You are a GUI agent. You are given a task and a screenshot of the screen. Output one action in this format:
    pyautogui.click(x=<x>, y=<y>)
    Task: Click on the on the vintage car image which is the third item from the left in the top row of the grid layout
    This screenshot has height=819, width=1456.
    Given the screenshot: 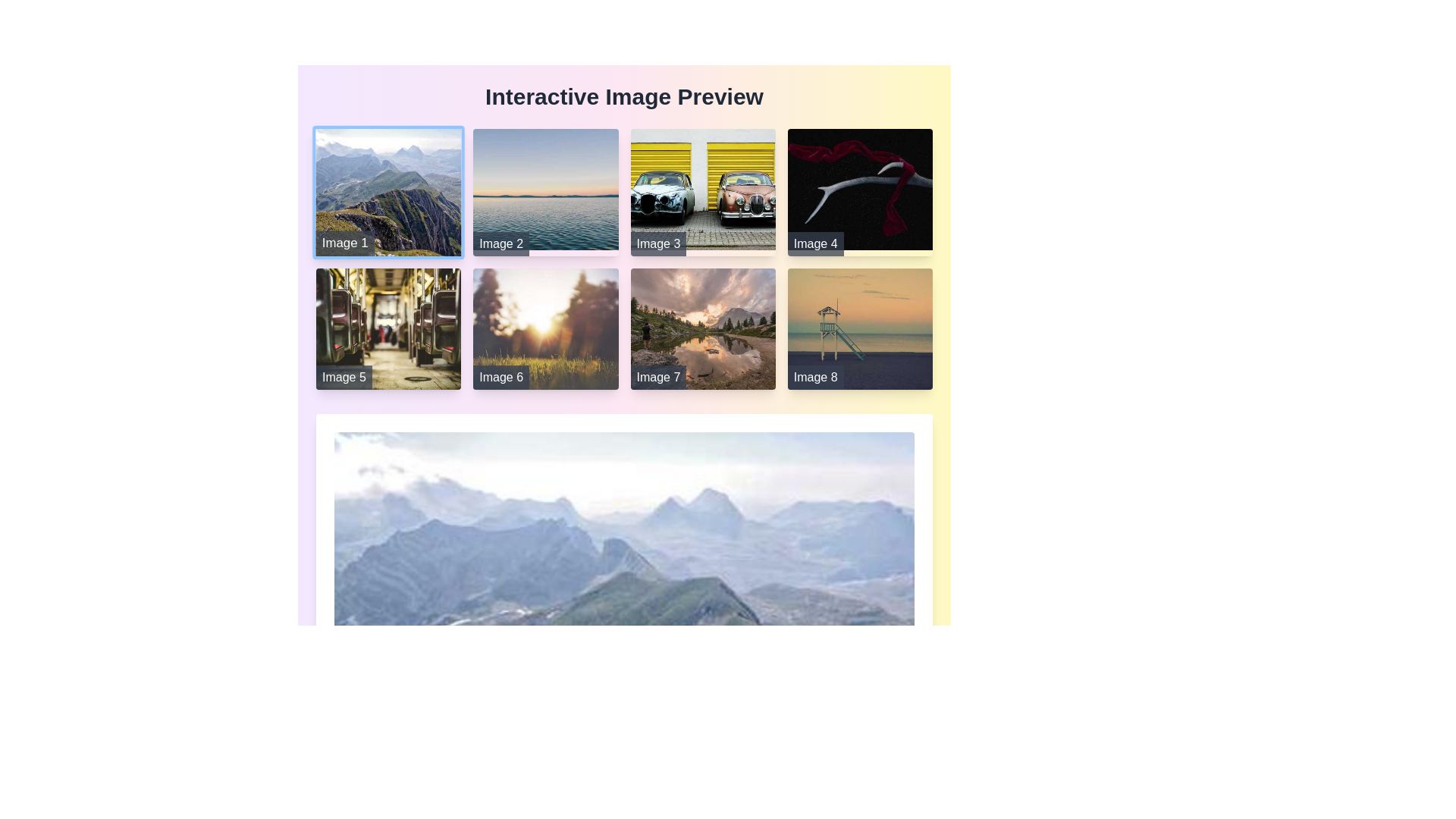 What is the action you would take?
    pyautogui.click(x=702, y=189)
    